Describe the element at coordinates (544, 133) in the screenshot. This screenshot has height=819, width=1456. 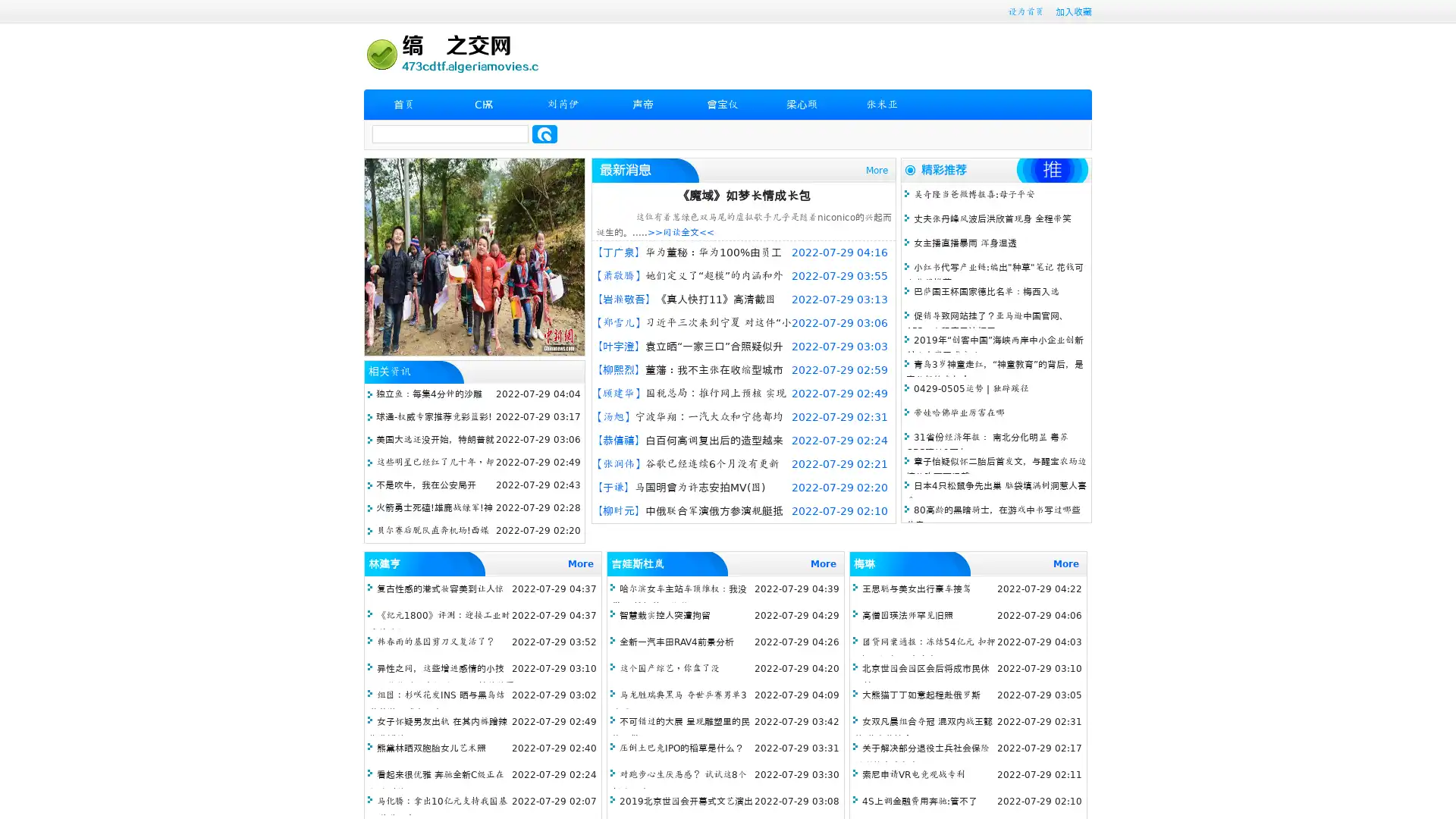
I see `Search` at that location.